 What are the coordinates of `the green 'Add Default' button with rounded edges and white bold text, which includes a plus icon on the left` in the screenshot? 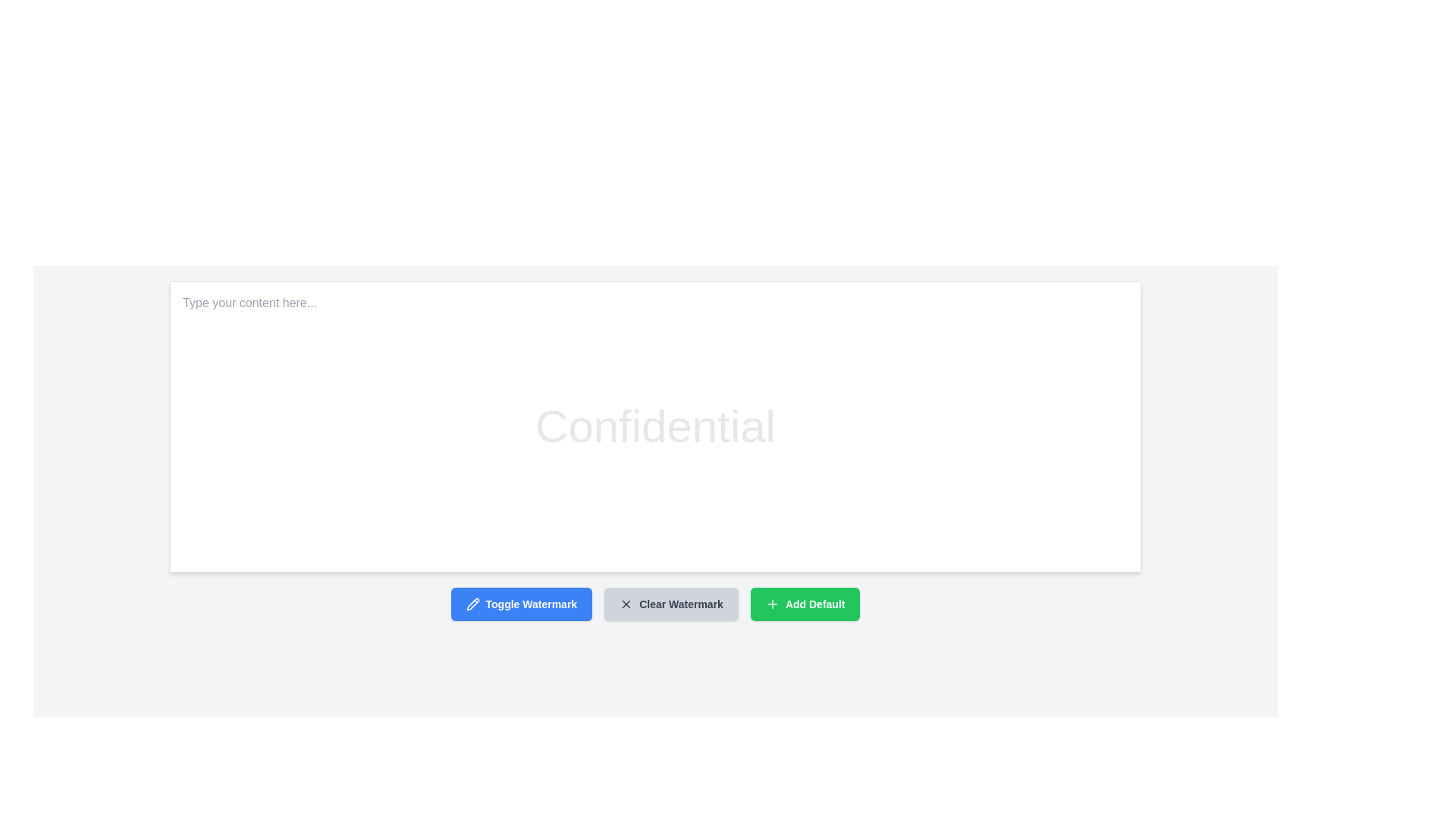 It's located at (805, 604).